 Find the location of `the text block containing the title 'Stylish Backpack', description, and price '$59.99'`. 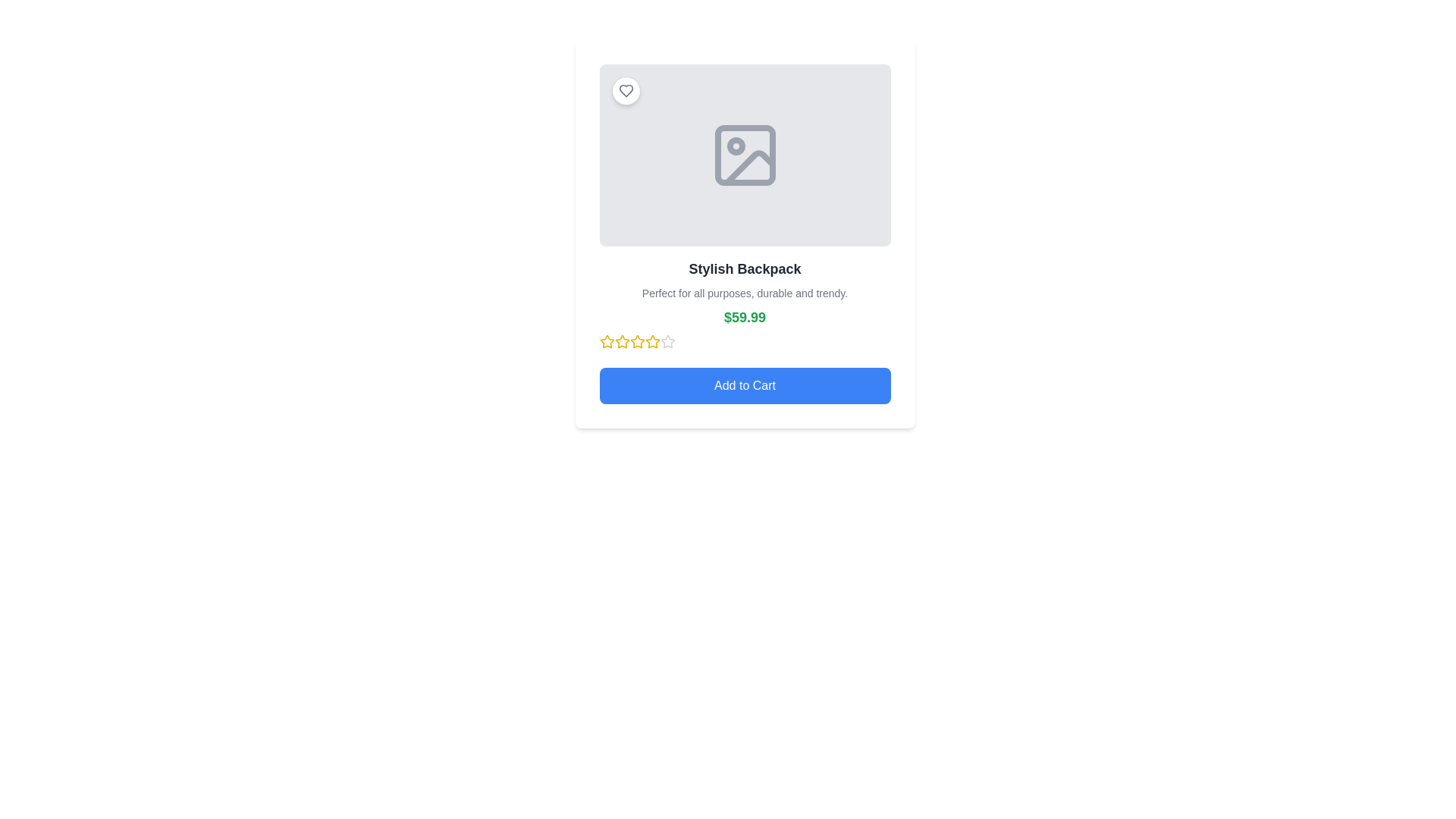

the text block containing the title 'Stylish Backpack', description, and price '$59.99' is located at coordinates (745, 304).